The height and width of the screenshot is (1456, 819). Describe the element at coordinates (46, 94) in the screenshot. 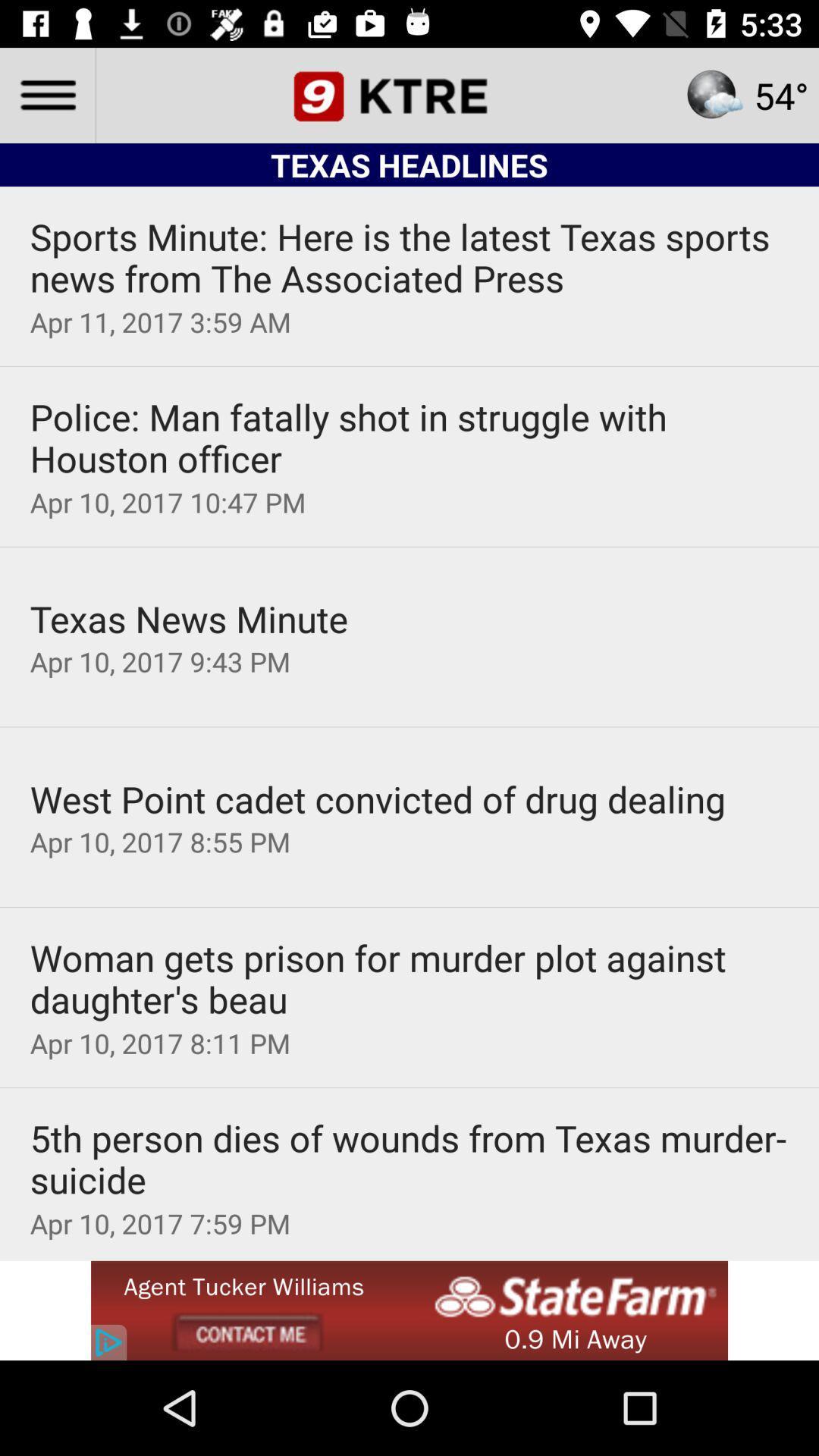

I see `the menu icon` at that location.